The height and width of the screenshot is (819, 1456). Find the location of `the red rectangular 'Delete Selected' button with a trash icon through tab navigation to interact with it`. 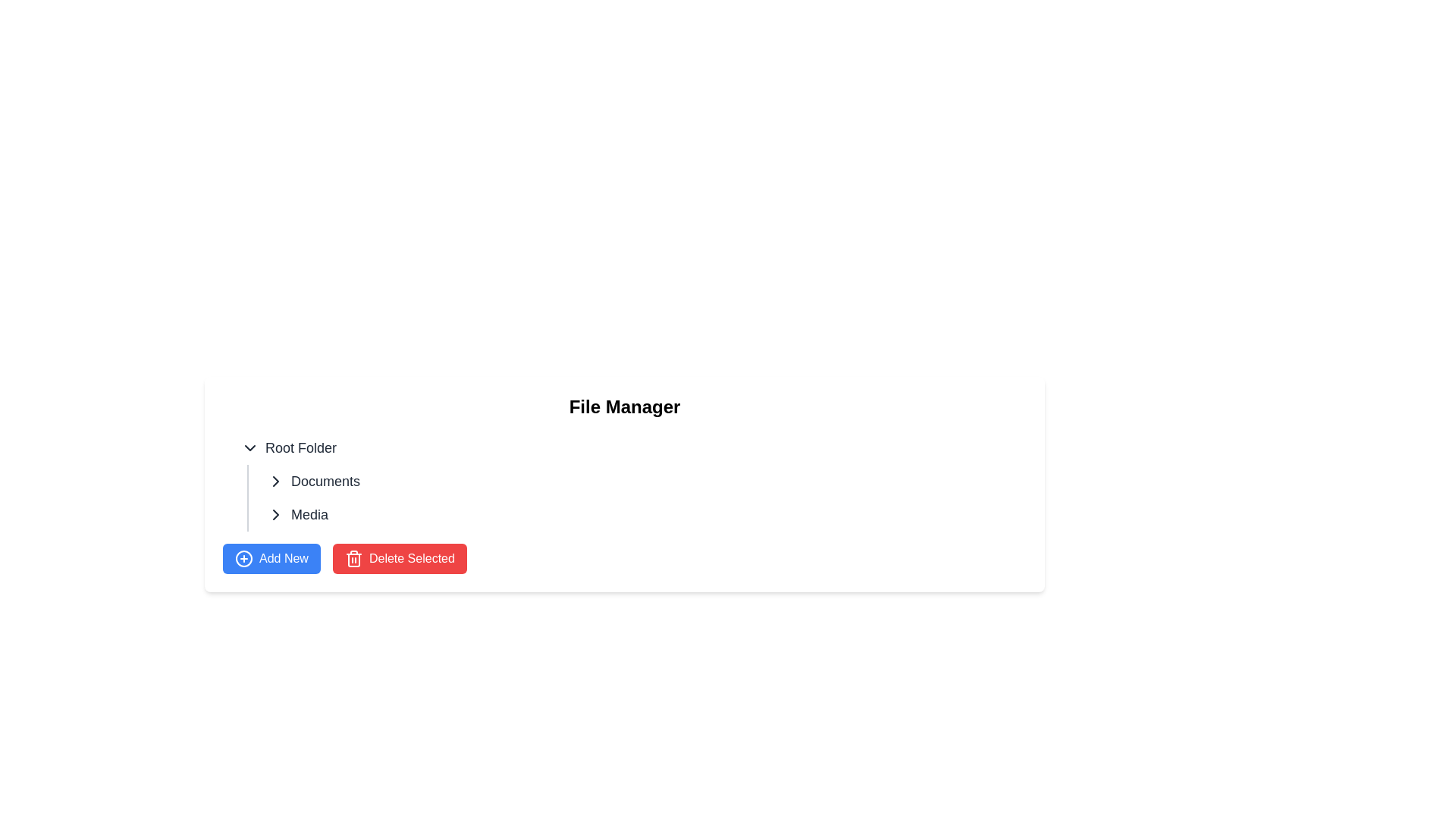

the red rectangular 'Delete Selected' button with a trash icon through tab navigation to interact with it is located at coordinates (400, 558).